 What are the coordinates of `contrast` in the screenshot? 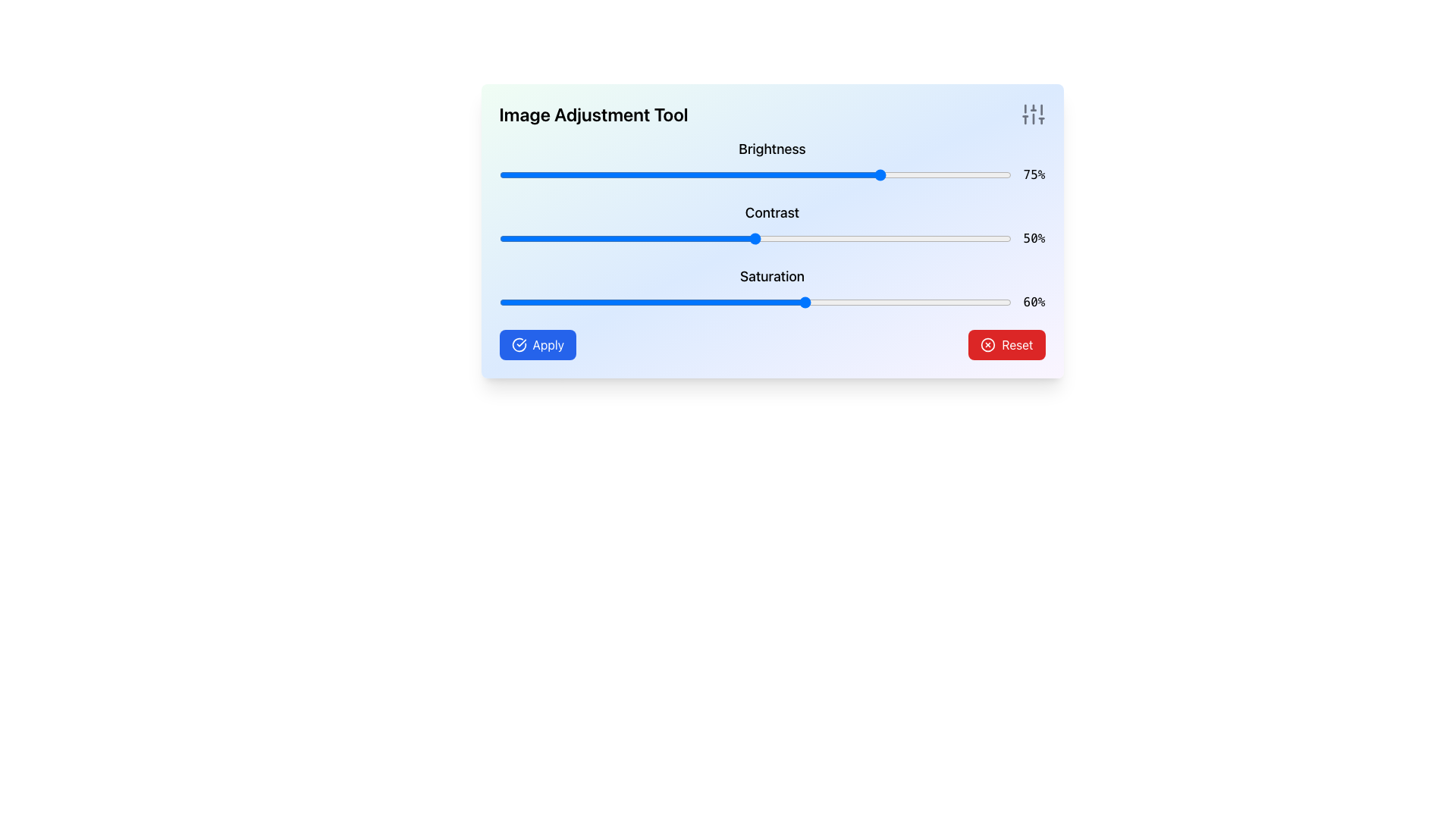 It's located at (519, 239).